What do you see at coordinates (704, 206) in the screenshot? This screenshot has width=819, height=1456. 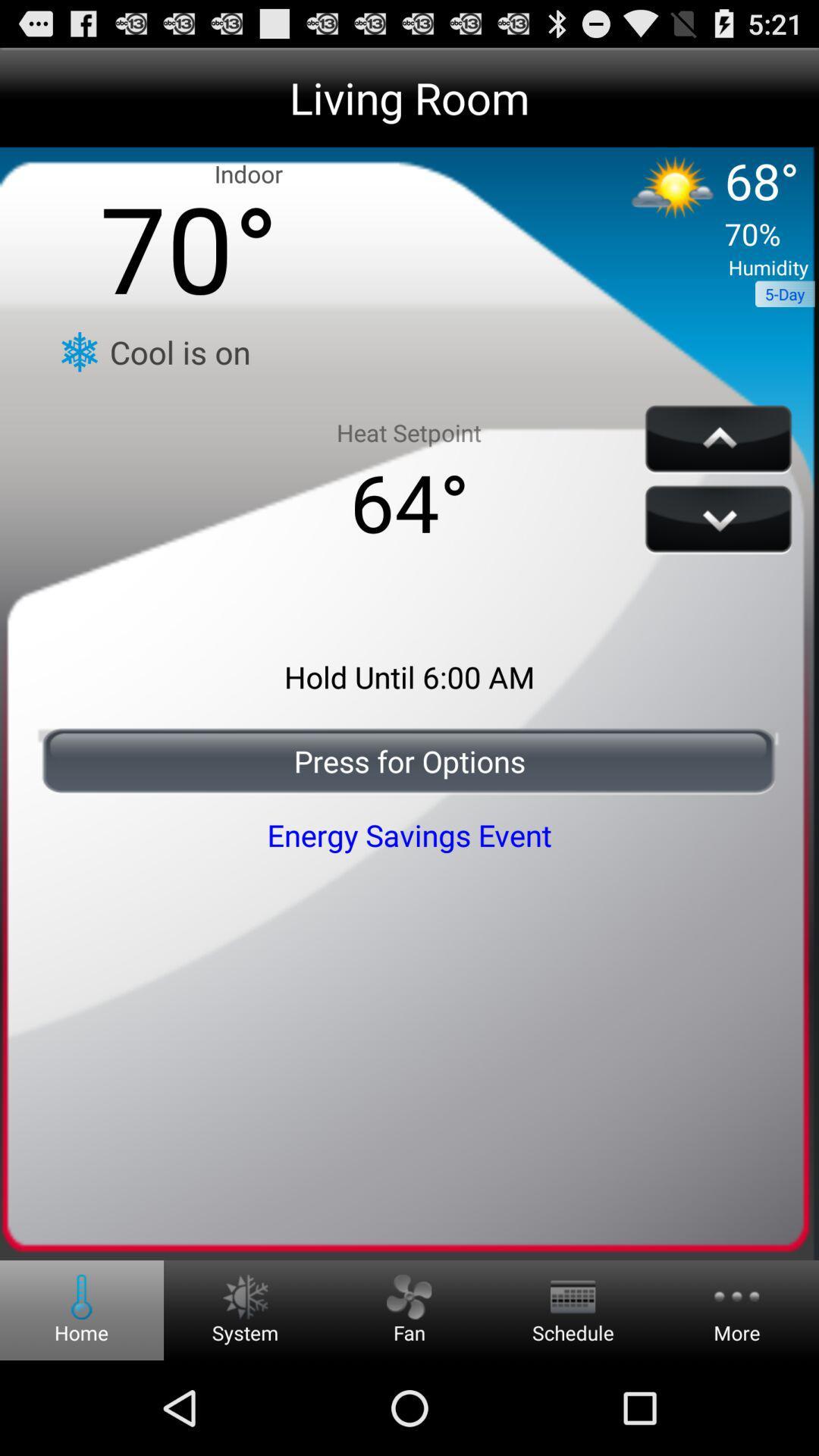 I see `the icon to the right of the indoor item` at bounding box center [704, 206].